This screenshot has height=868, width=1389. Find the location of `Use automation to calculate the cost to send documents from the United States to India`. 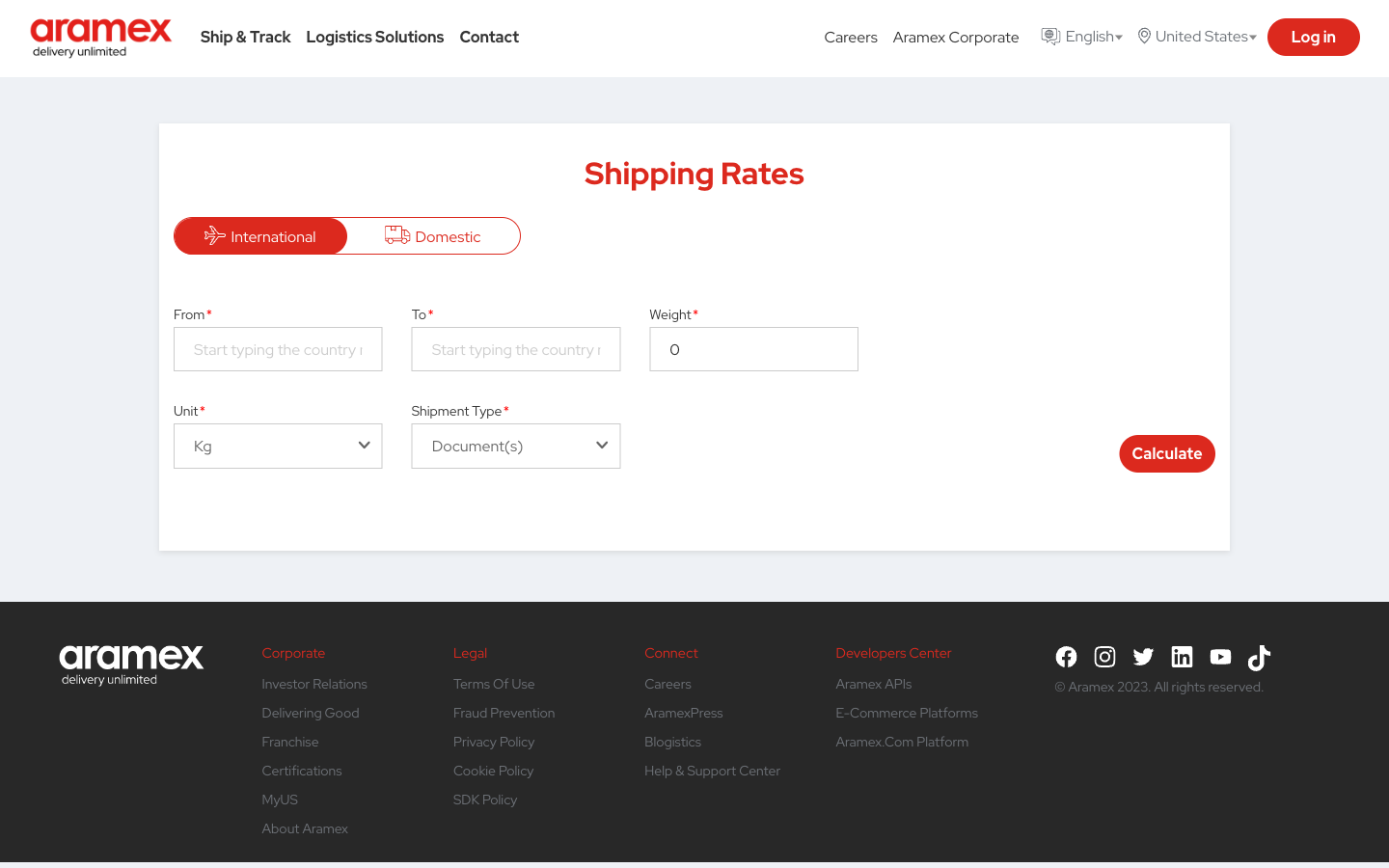

Use automation to calculate the cost to send documents from the United States to India is located at coordinates (277, 348).